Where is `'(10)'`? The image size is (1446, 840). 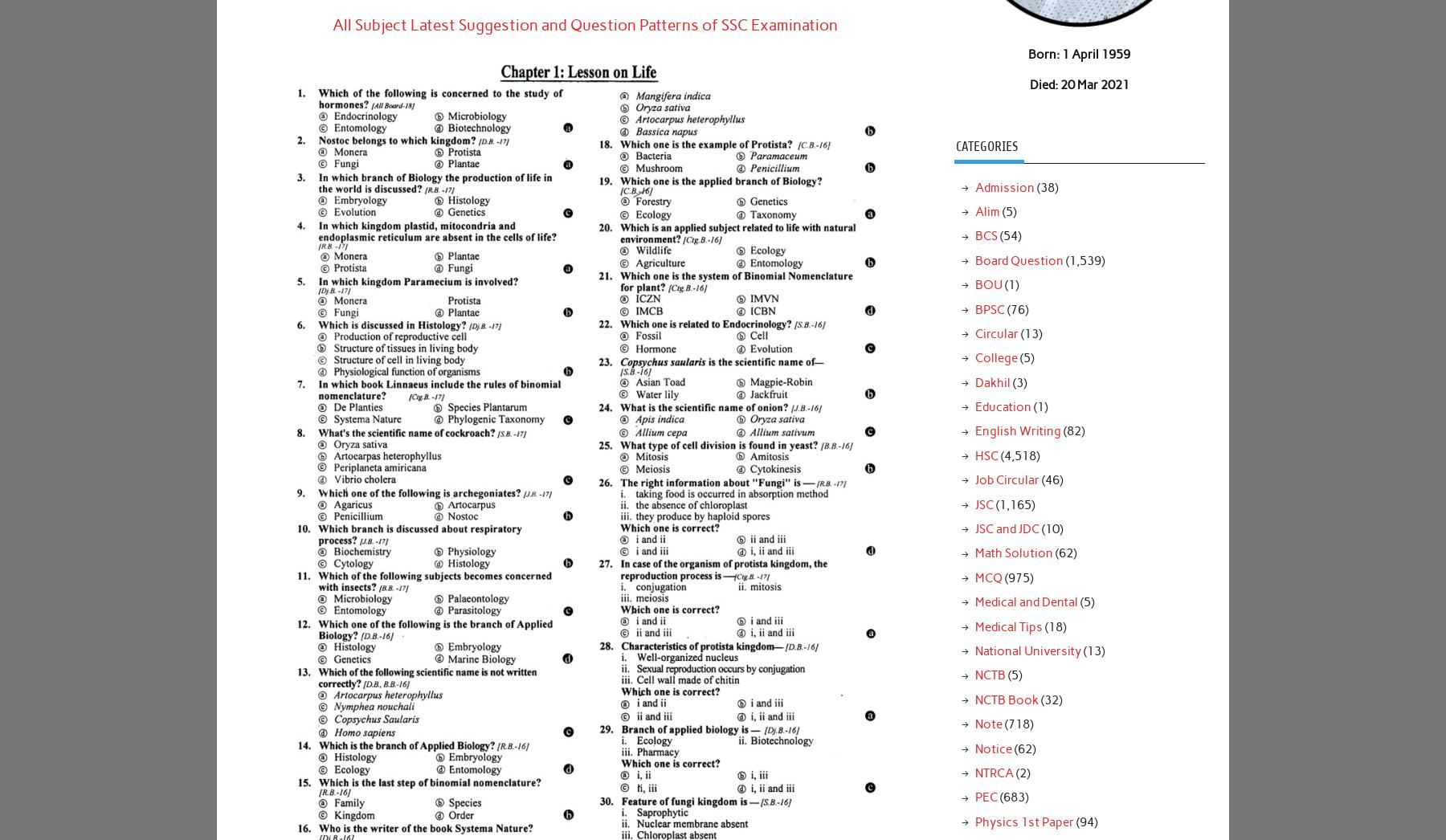
'(10)' is located at coordinates (1050, 528).